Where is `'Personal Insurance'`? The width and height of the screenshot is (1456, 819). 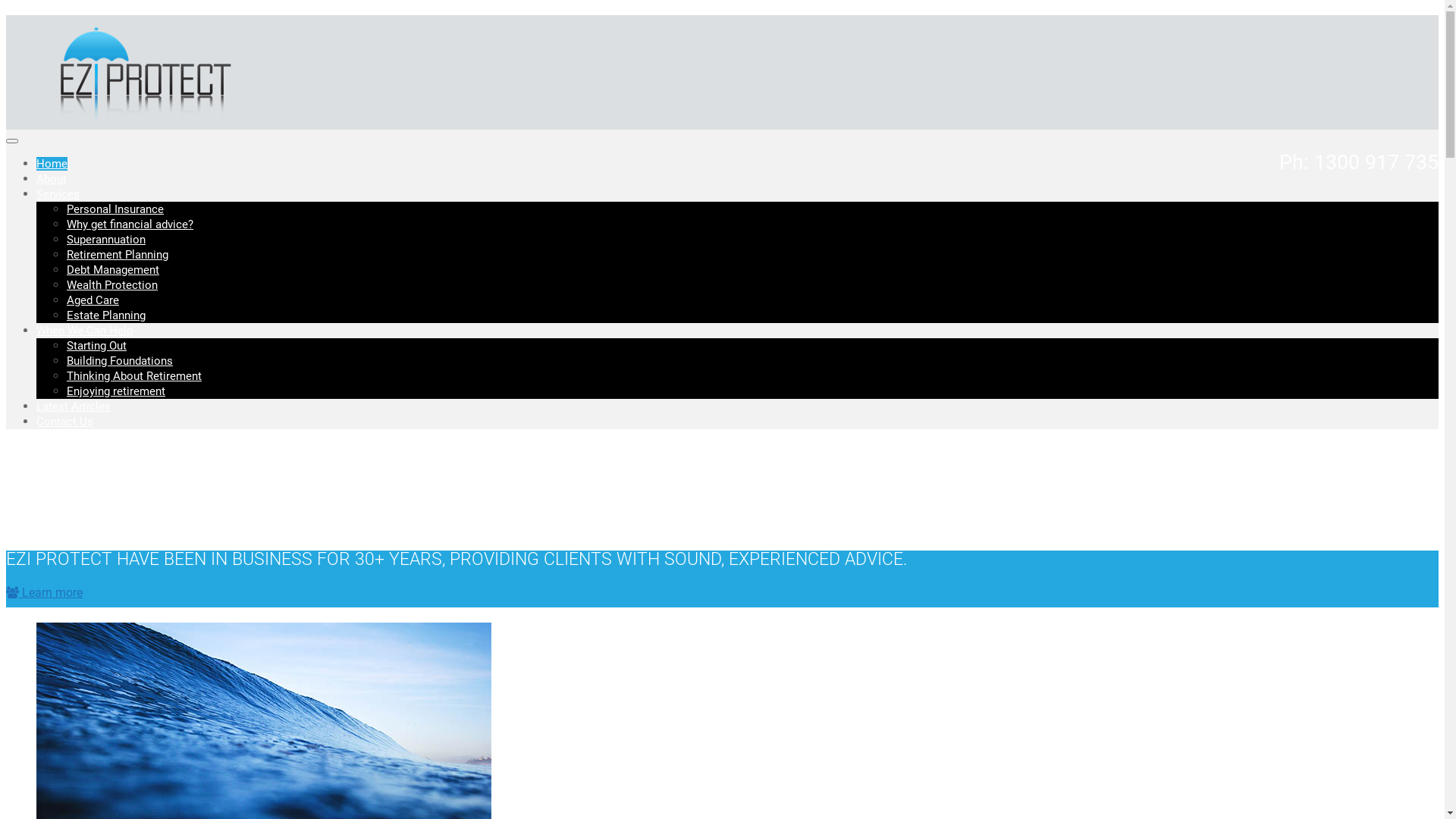 'Personal Insurance' is located at coordinates (115, 209).